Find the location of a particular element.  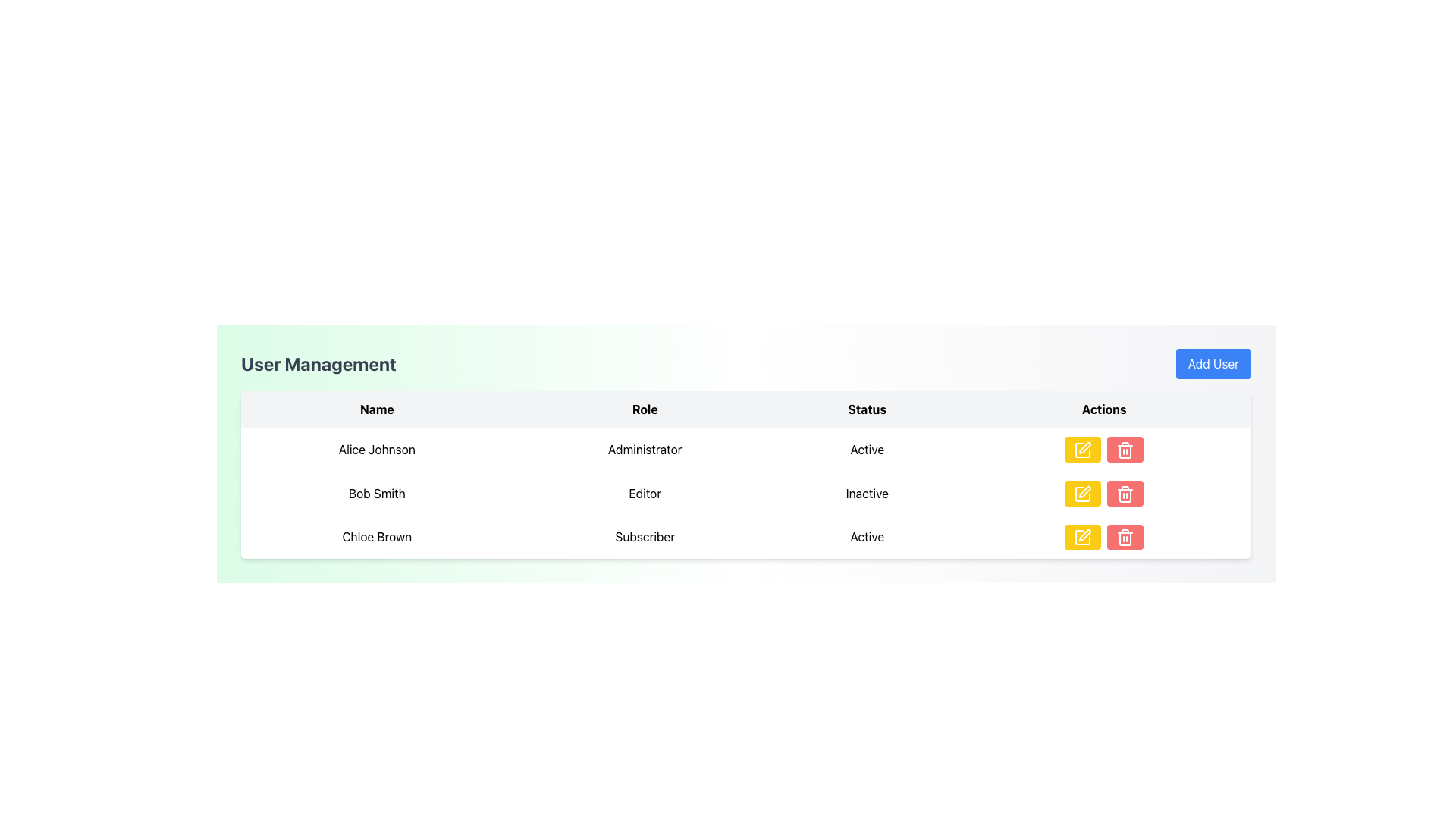

the static text label displaying the name 'Chloe Brown' in the user management interface, located in the third row of the user management table is located at coordinates (377, 536).